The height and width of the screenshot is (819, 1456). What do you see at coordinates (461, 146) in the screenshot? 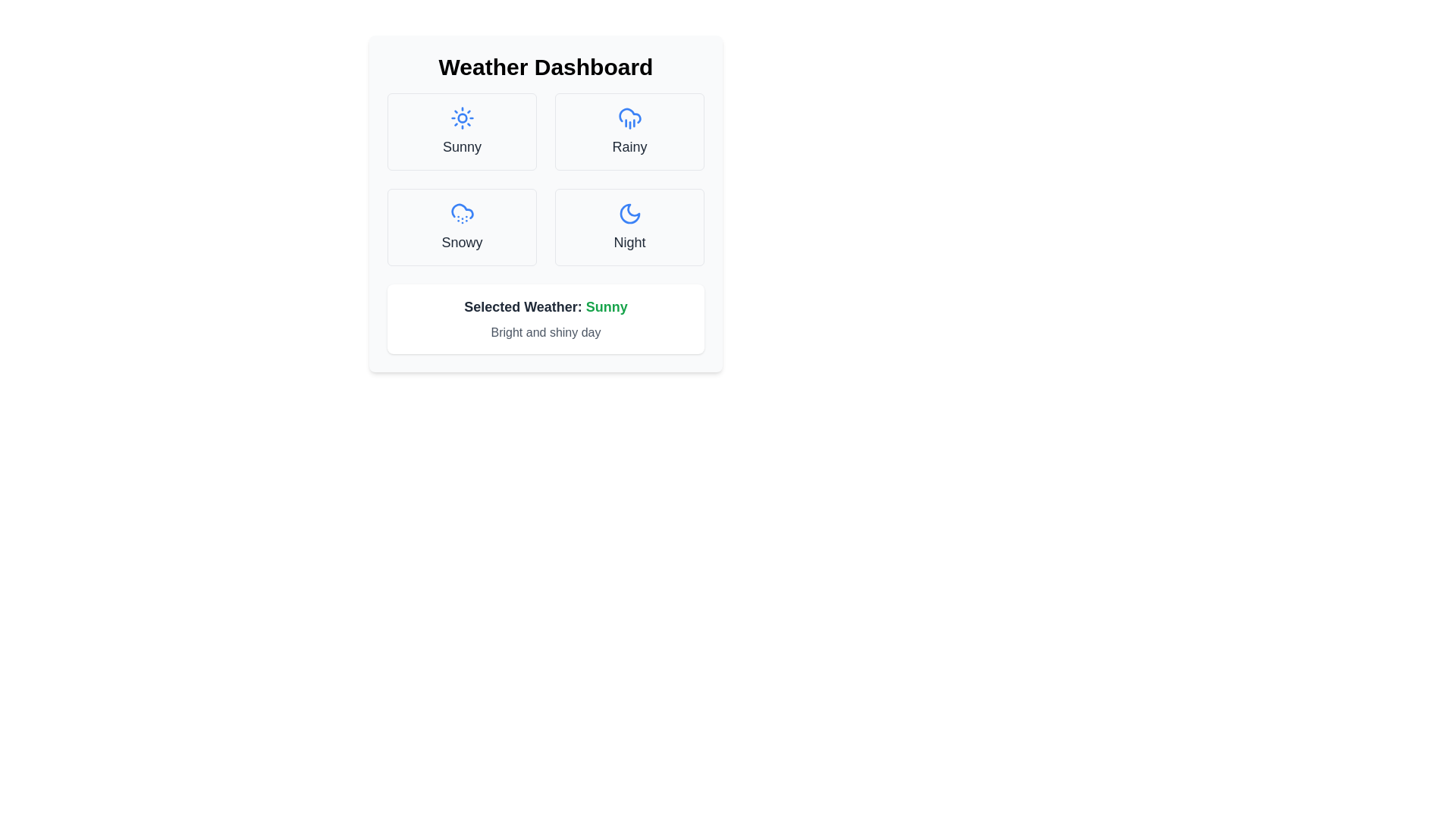
I see `the 'Sunny' label, which is a prominent text label displaying the word 'Sunny' in gray font, located below the sun icon in the top-left quadrant of the Weather Dashboard interface` at bounding box center [461, 146].